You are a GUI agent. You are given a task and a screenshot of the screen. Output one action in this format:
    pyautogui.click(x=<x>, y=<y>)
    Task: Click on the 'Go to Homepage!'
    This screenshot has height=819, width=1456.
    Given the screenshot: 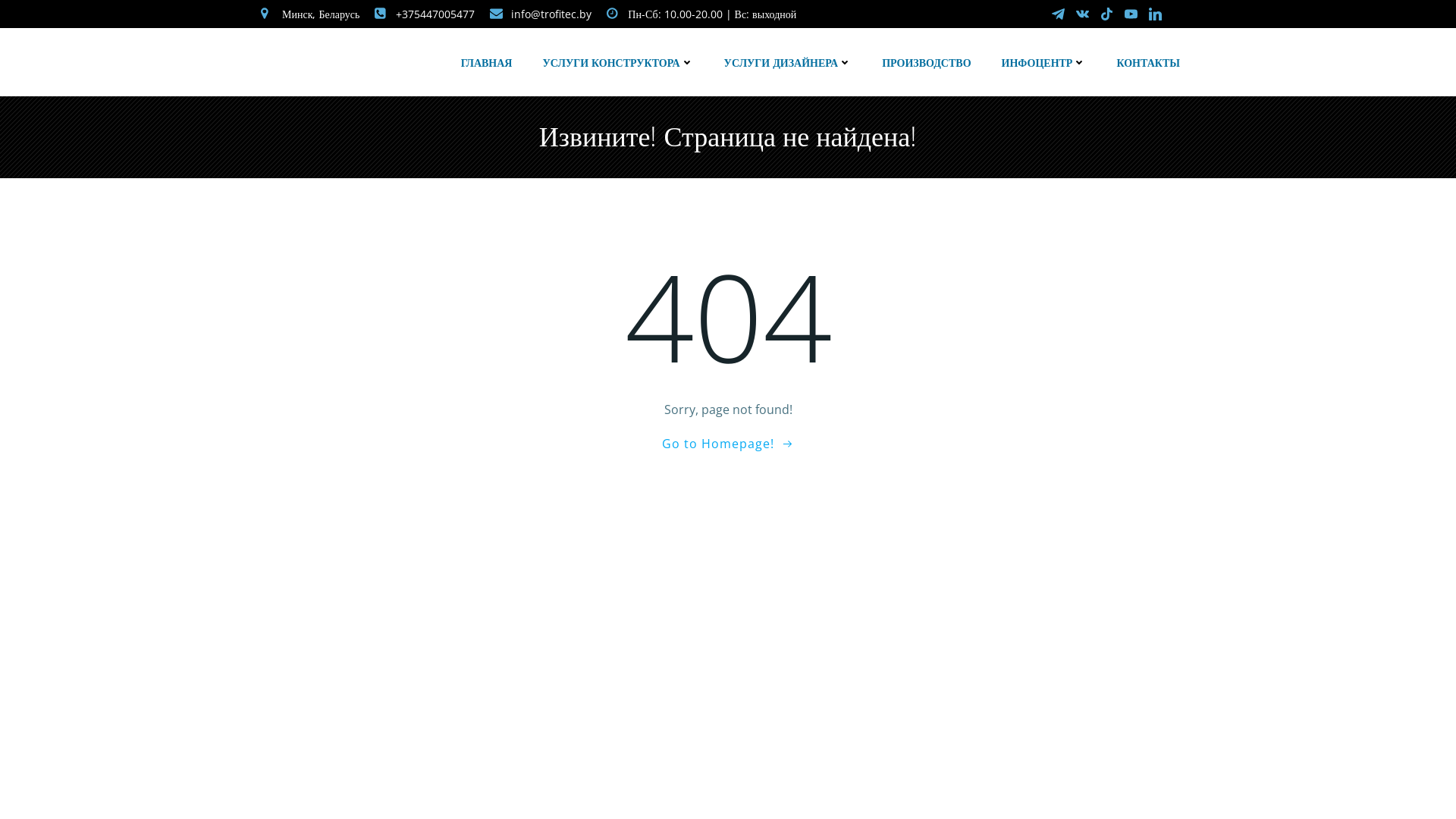 What is the action you would take?
    pyautogui.click(x=728, y=444)
    